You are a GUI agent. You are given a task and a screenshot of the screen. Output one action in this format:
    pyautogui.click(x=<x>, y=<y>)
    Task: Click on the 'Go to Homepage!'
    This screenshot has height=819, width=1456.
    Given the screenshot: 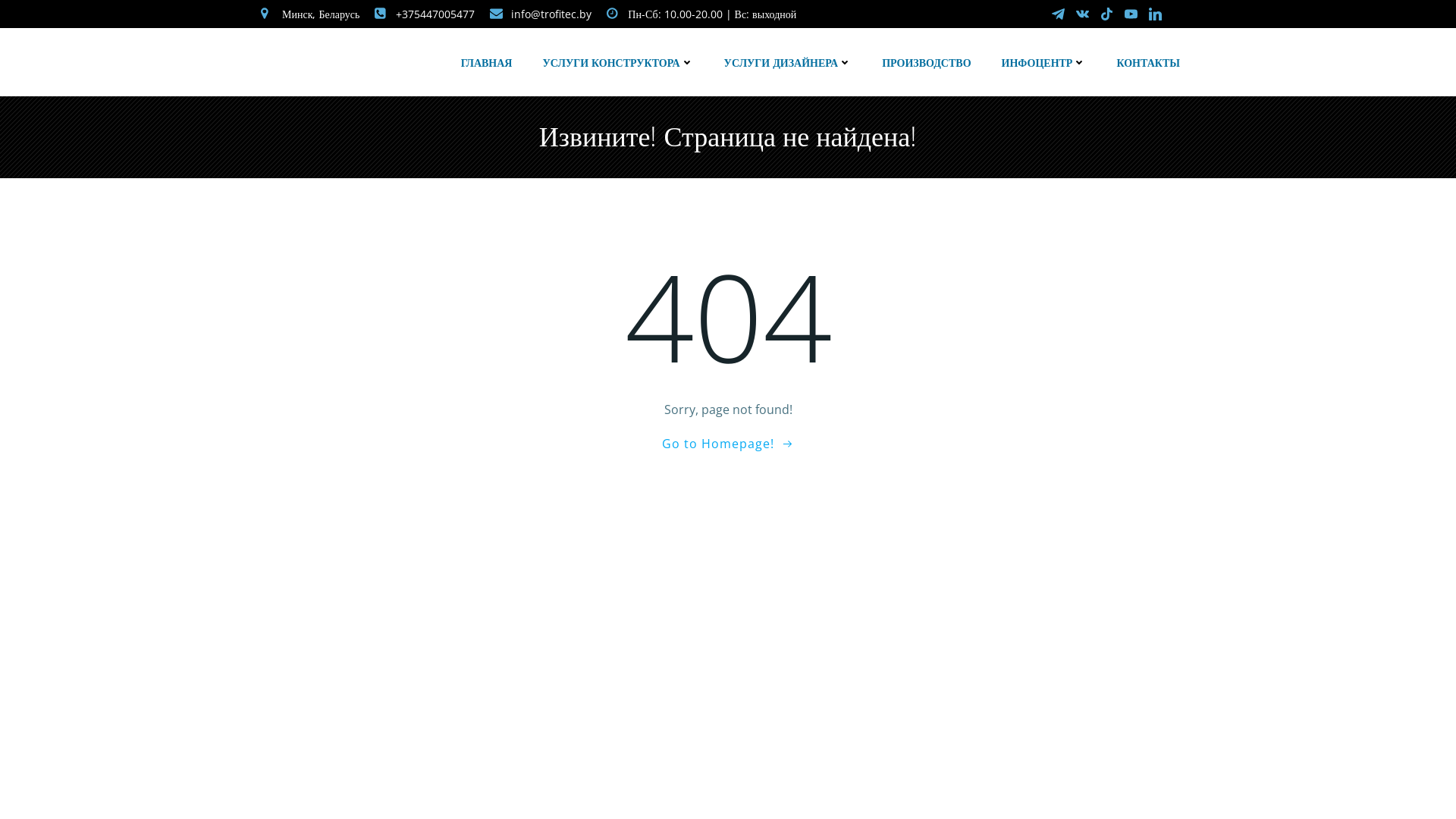 What is the action you would take?
    pyautogui.click(x=728, y=444)
    